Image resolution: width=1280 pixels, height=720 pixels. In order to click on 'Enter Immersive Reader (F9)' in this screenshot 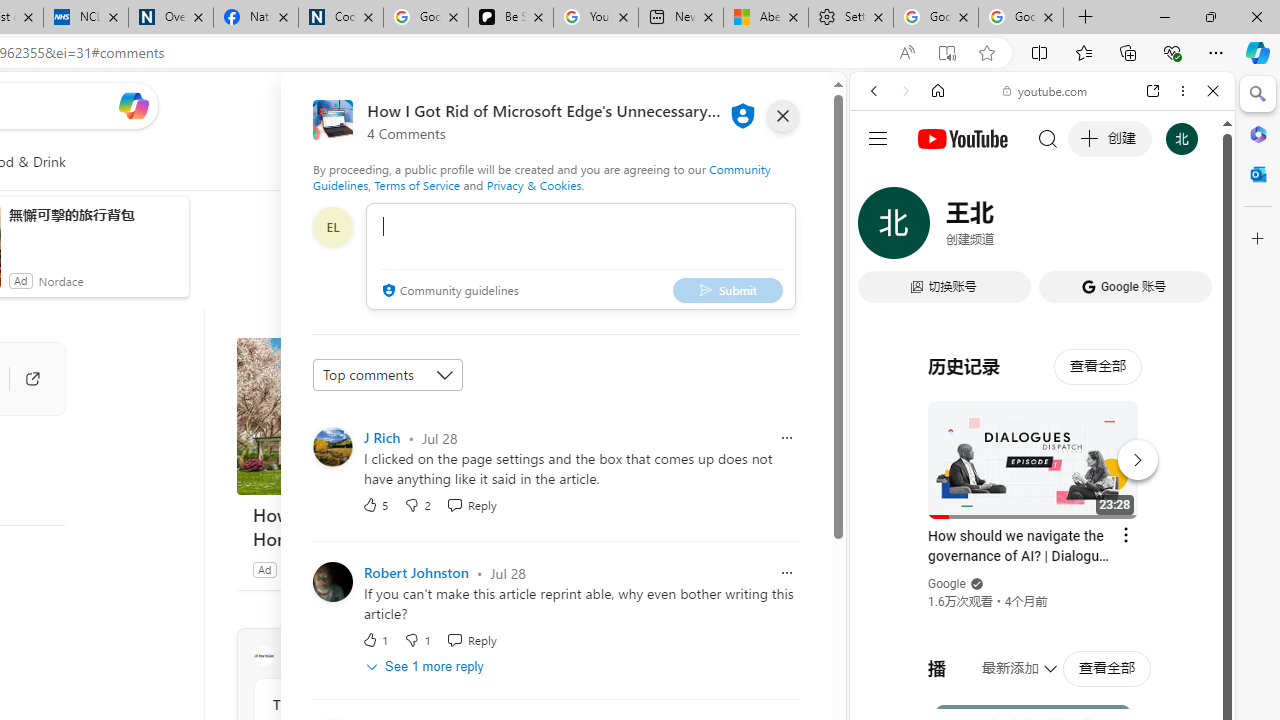, I will do `click(945, 52)`.